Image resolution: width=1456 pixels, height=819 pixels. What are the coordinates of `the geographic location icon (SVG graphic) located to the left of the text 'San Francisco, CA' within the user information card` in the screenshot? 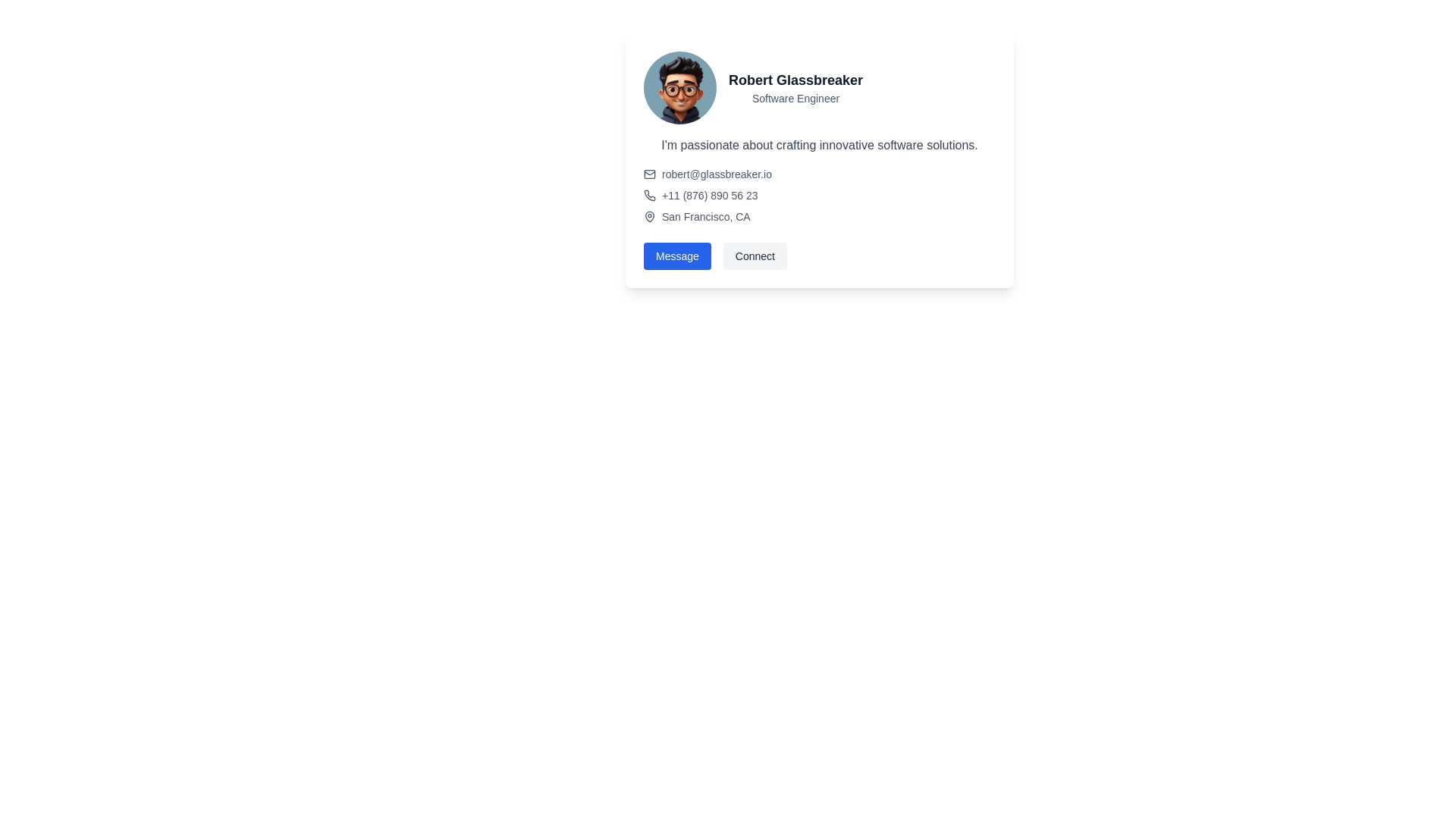 It's located at (650, 216).